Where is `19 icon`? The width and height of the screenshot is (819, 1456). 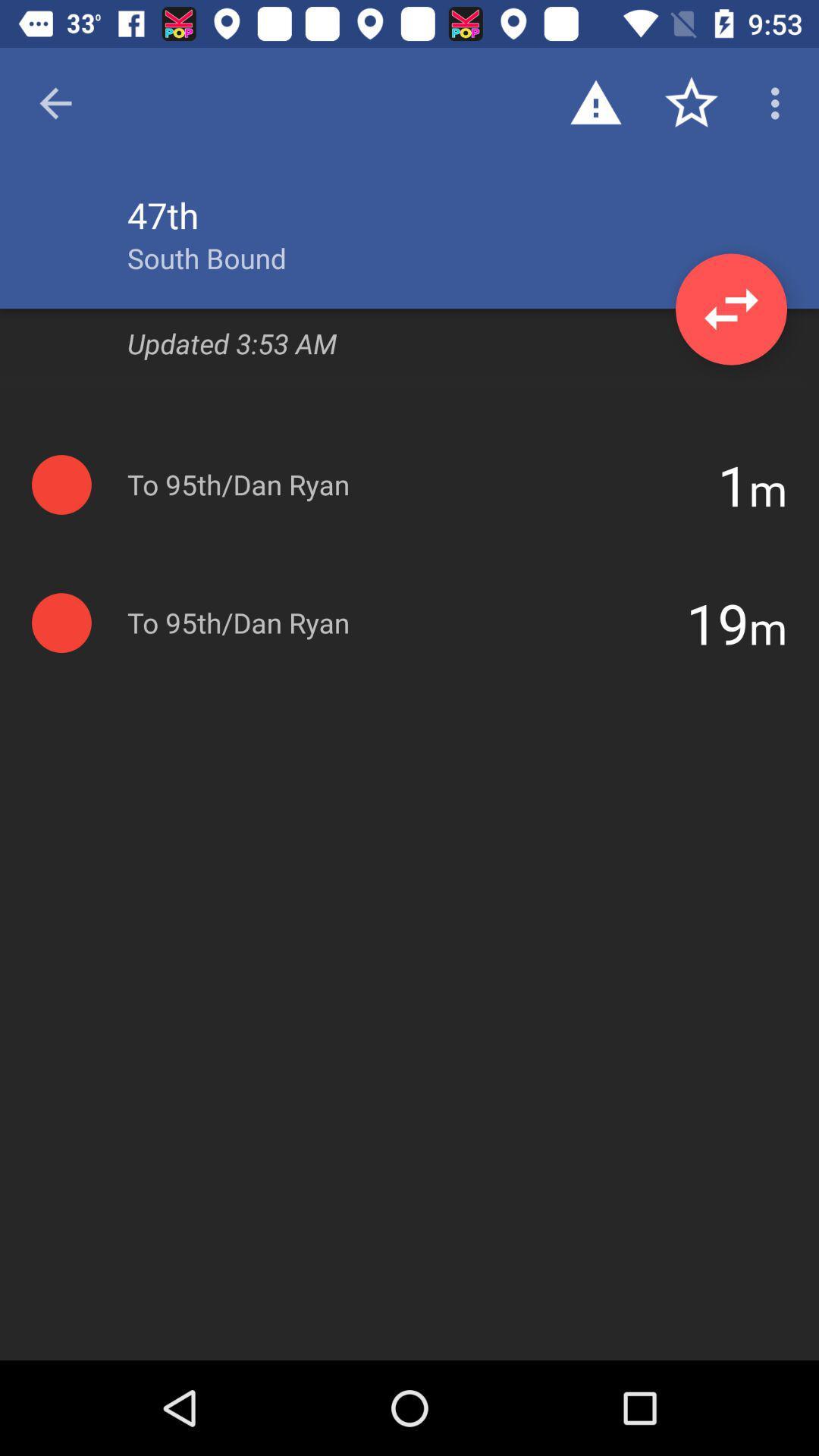 19 icon is located at coordinates (717, 623).